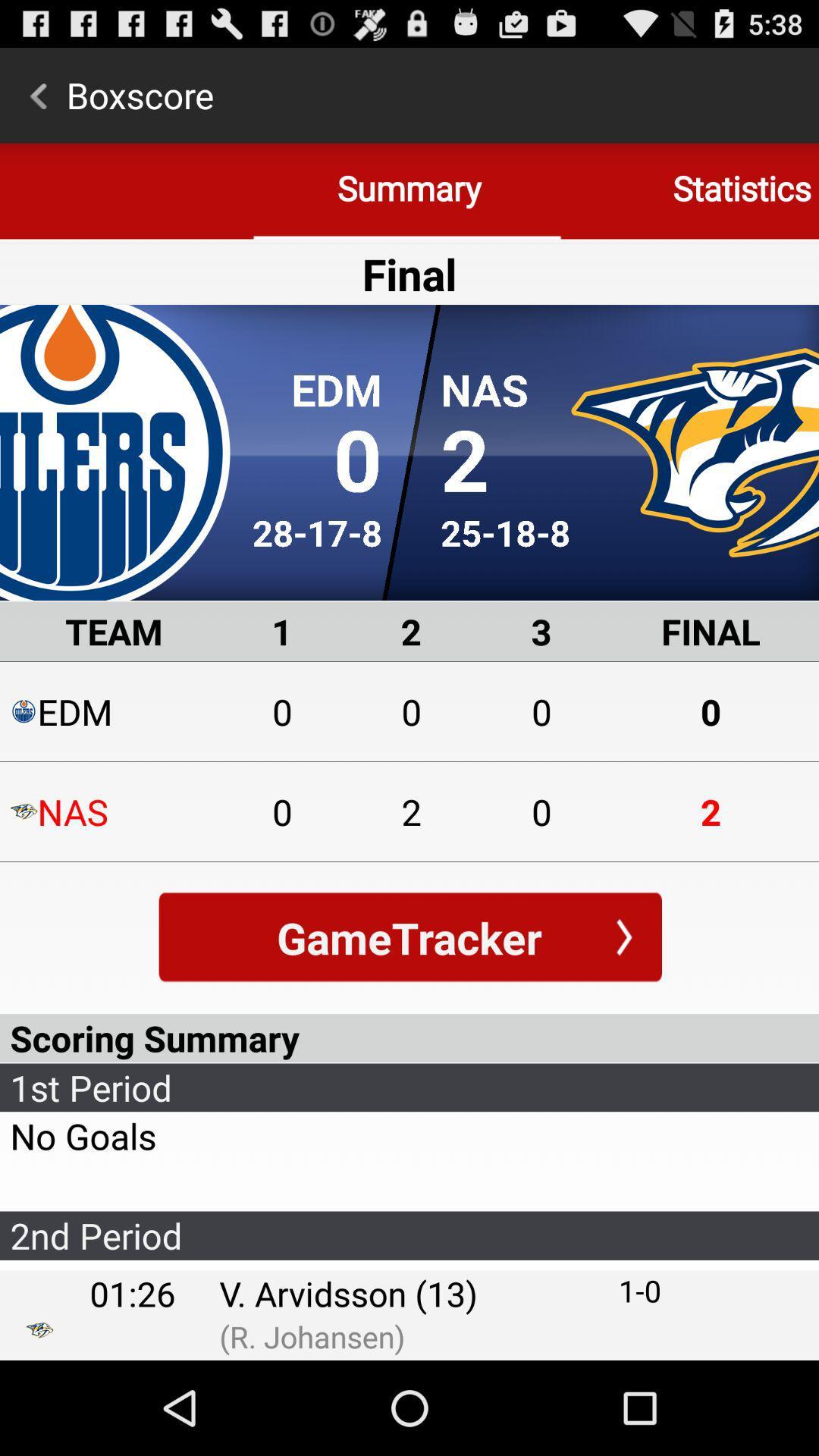 The image size is (819, 1456). What do you see at coordinates (409, 937) in the screenshot?
I see `the gametracker item` at bounding box center [409, 937].